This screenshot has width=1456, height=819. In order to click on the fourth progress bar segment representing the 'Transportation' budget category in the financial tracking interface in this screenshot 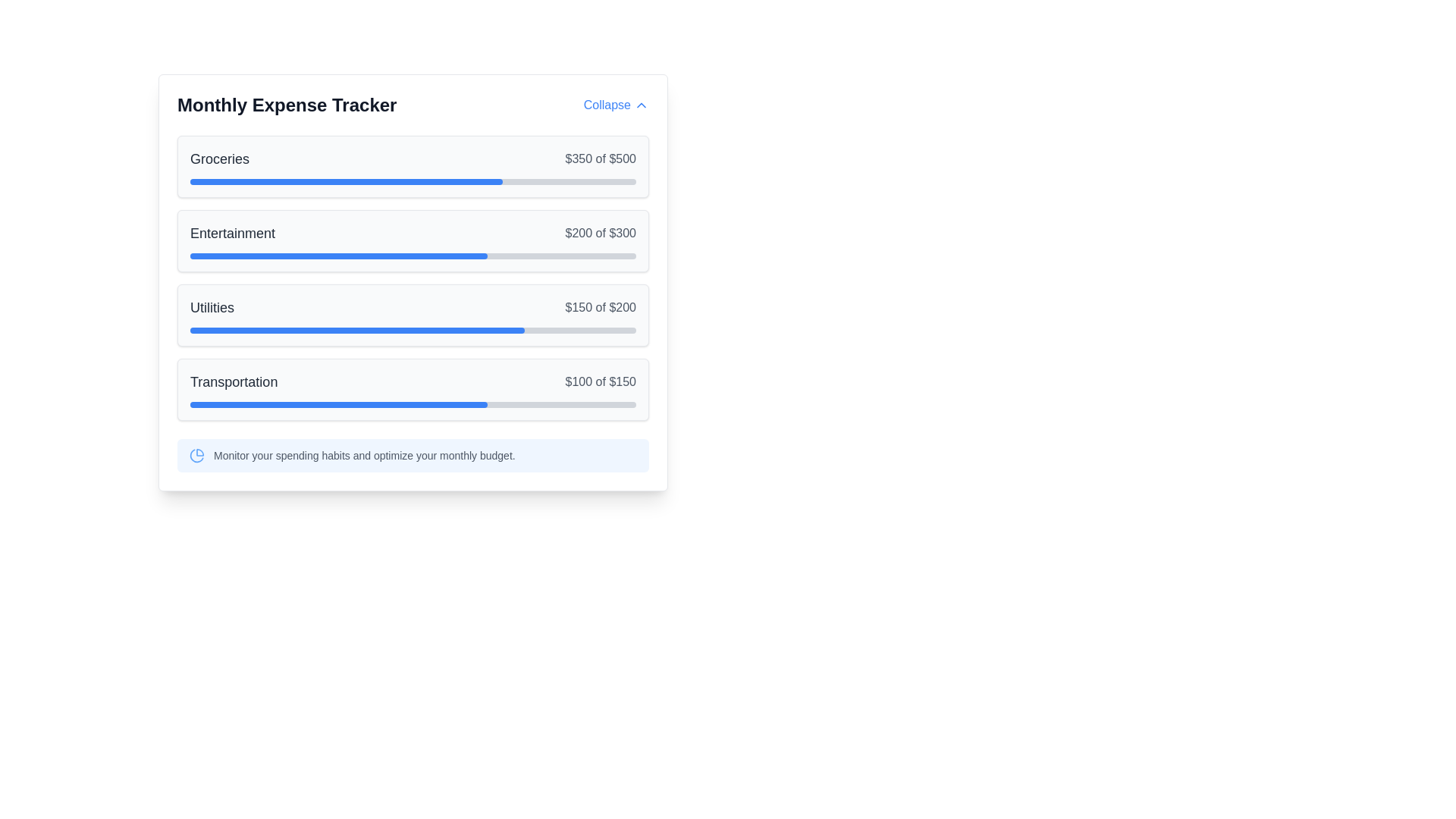, I will do `click(337, 403)`.